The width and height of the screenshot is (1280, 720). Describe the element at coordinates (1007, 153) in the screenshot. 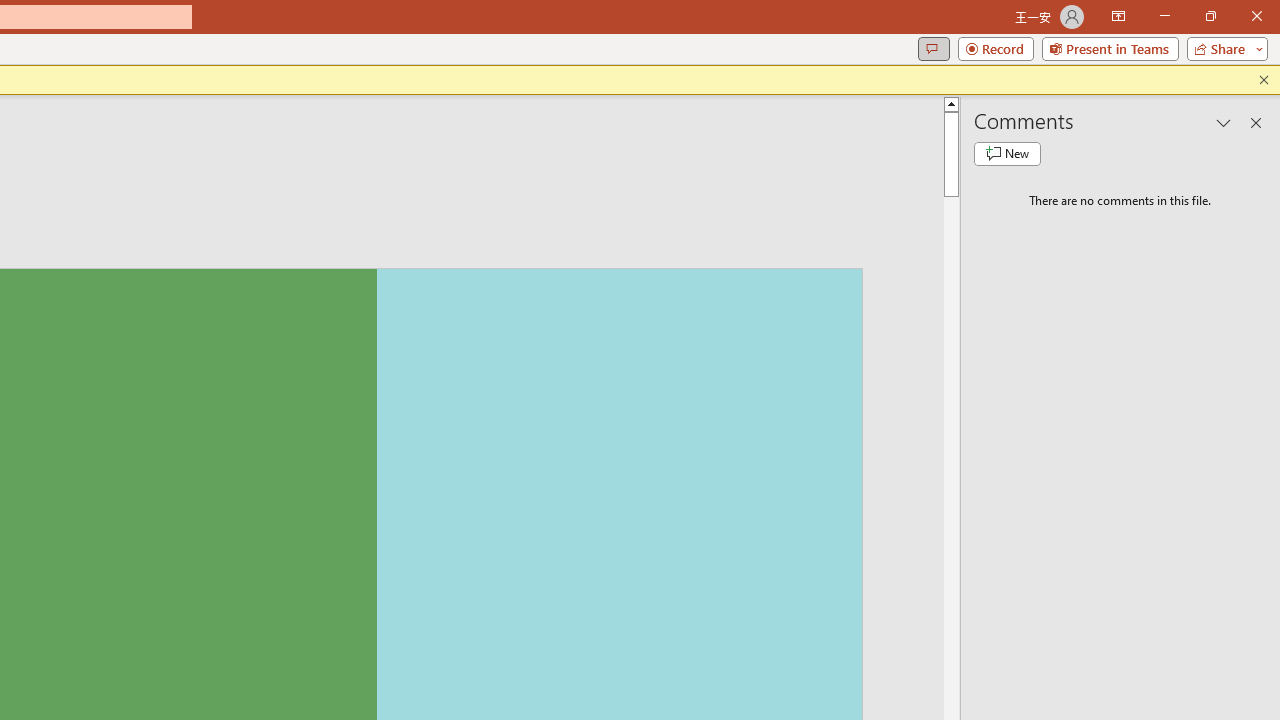

I see `'New comment'` at that location.